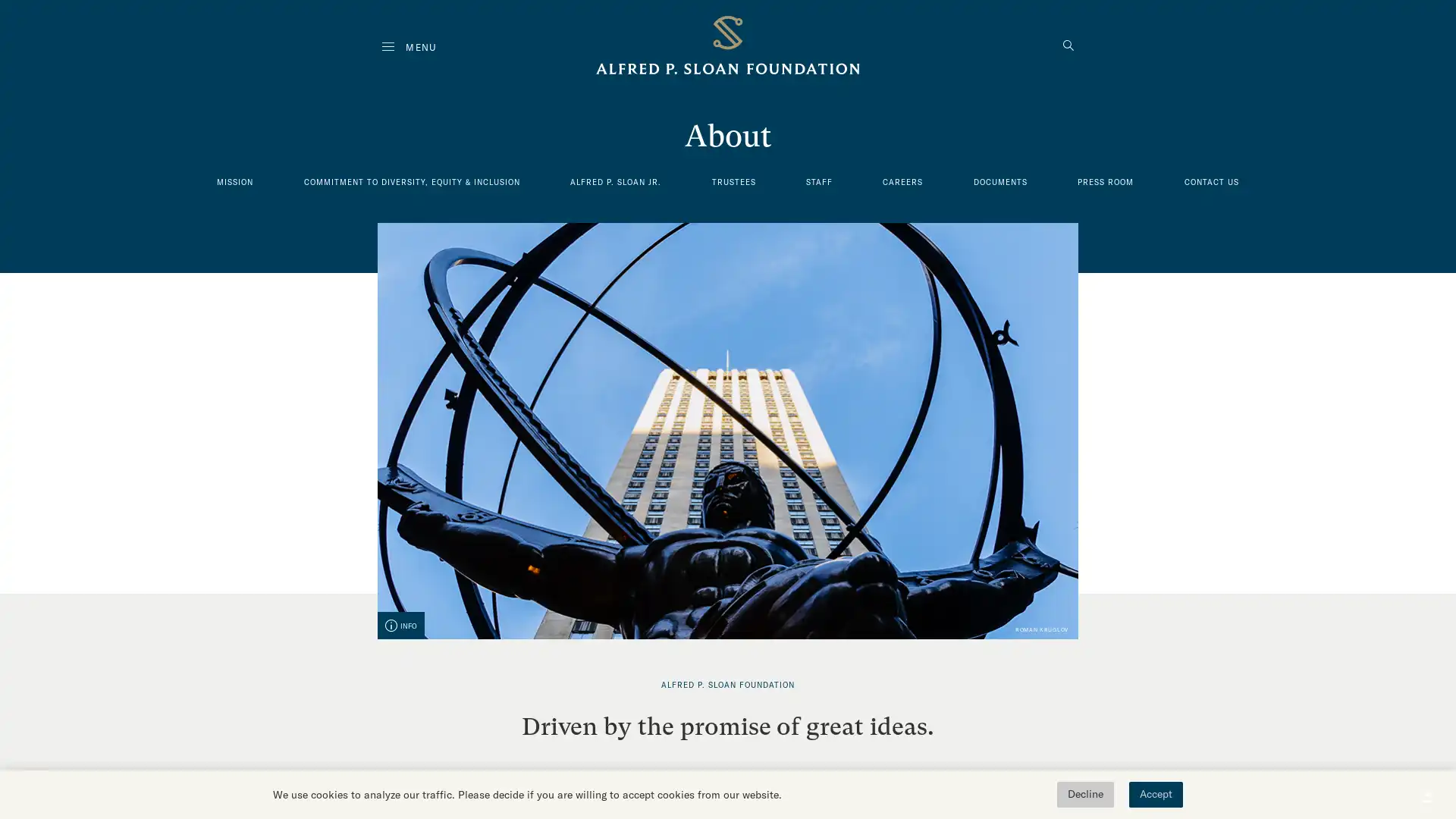 Image resolution: width=1456 pixels, height=819 pixels. What do you see at coordinates (1068, 46) in the screenshot?
I see `Click to search the website` at bounding box center [1068, 46].